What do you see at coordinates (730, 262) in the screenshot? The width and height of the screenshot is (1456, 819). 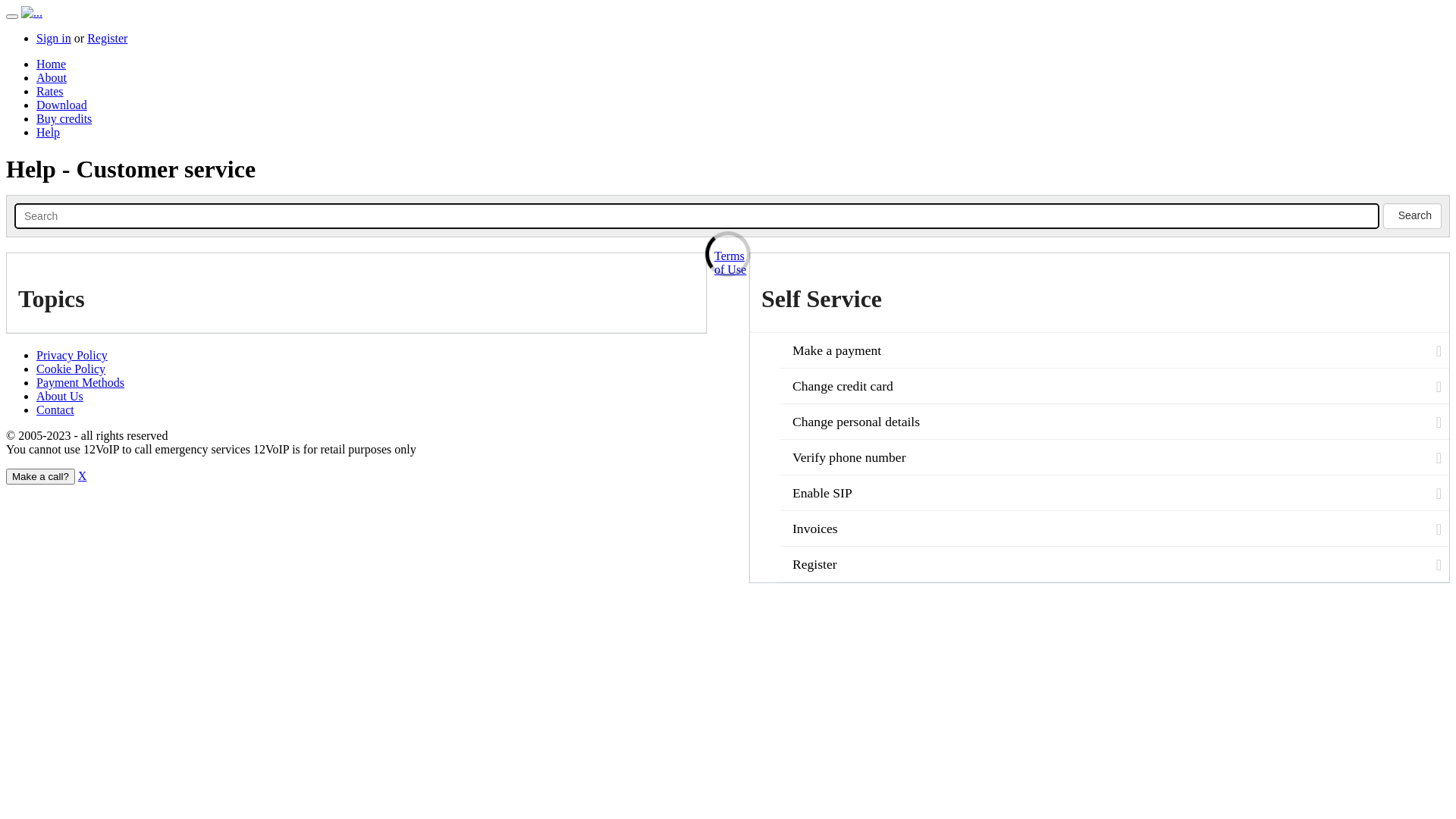 I see `'Terms of Use'` at bounding box center [730, 262].